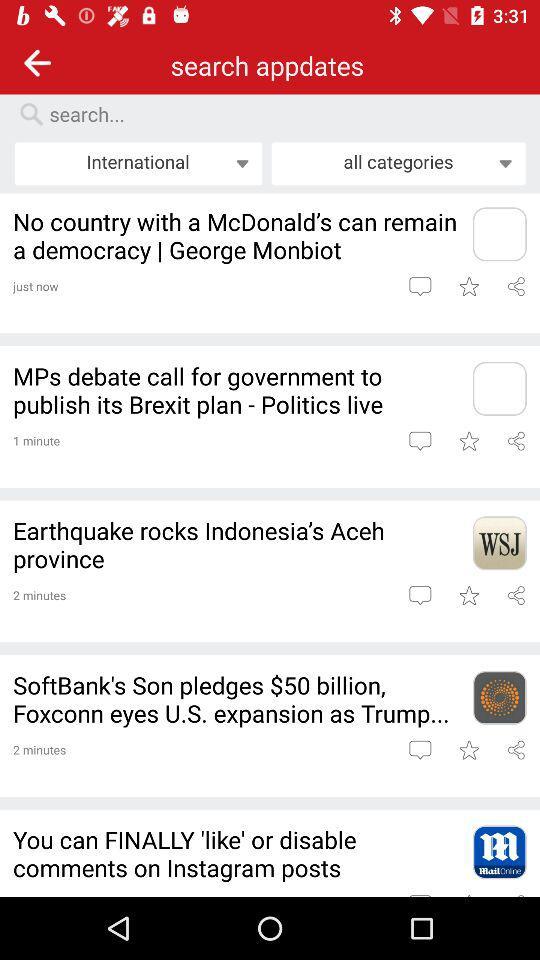  What do you see at coordinates (468, 285) in the screenshot?
I see `article` at bounding box center [468, 285].